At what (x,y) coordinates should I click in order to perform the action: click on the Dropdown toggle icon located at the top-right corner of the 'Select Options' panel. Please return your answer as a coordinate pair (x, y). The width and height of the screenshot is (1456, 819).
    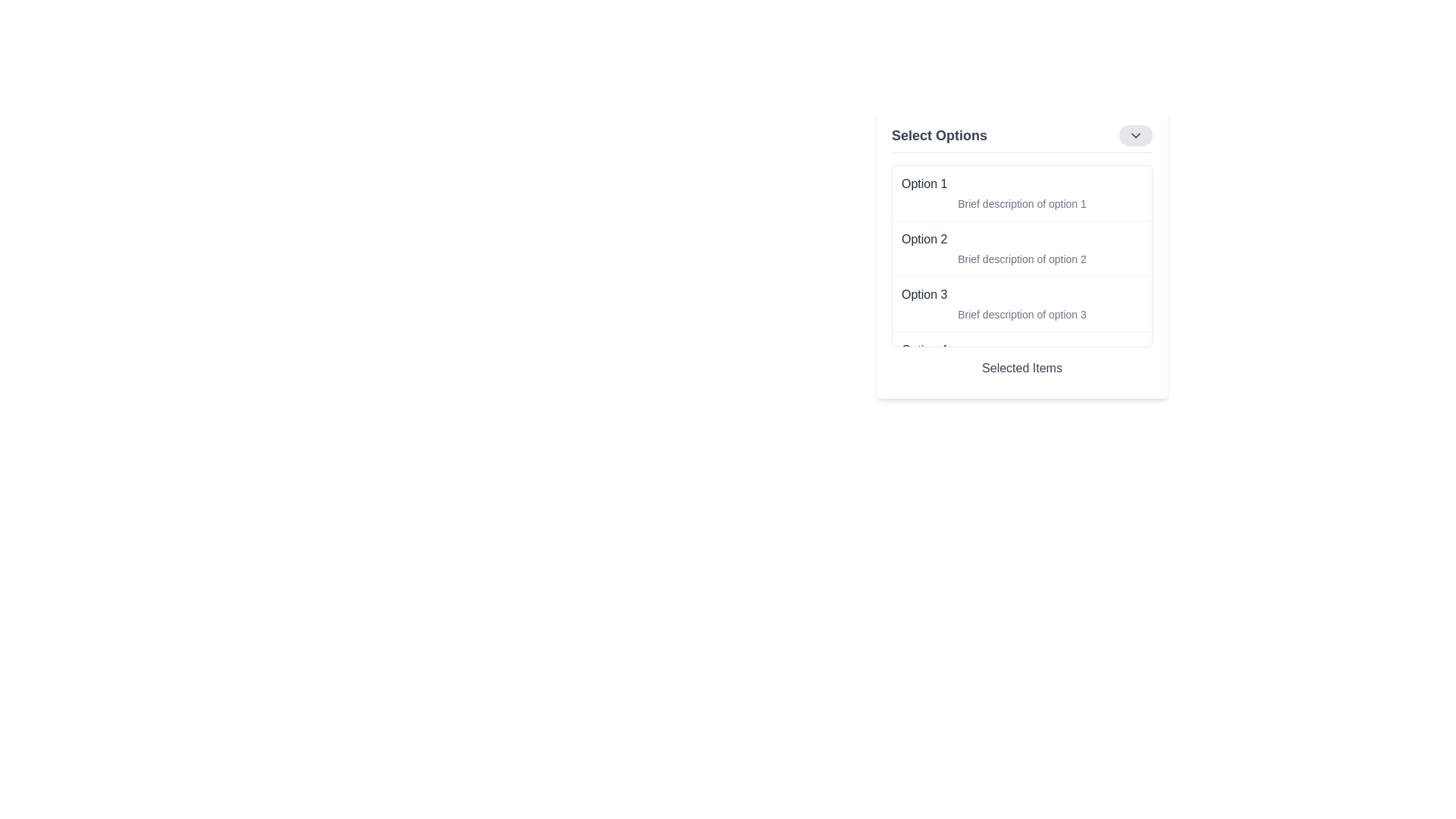
    Looking at the image, I should click on (1135, 134).